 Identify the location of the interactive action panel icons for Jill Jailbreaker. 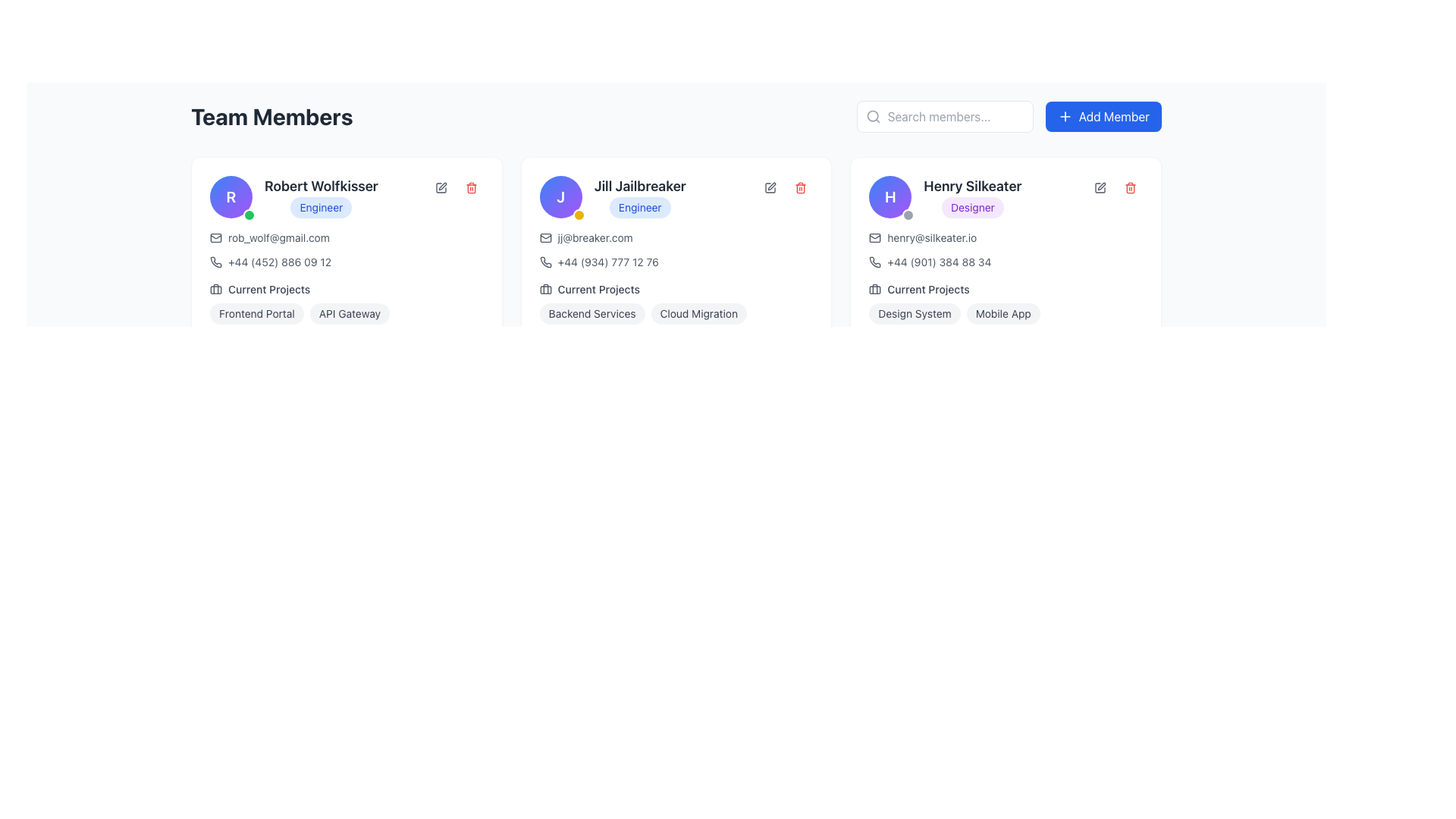
(786, 187).